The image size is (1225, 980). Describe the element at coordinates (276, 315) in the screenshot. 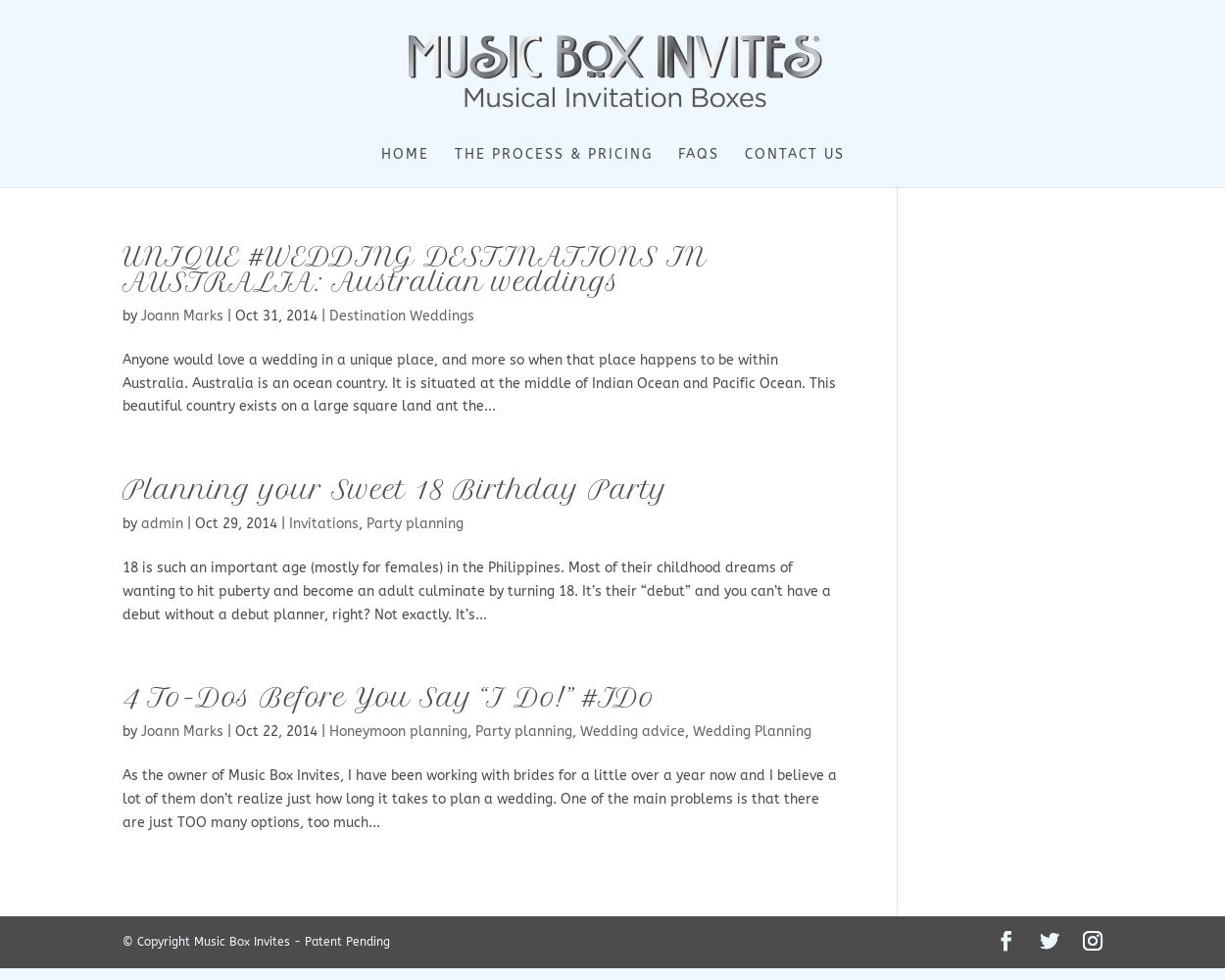

I see `'Oct 31, 2014'` at that location.